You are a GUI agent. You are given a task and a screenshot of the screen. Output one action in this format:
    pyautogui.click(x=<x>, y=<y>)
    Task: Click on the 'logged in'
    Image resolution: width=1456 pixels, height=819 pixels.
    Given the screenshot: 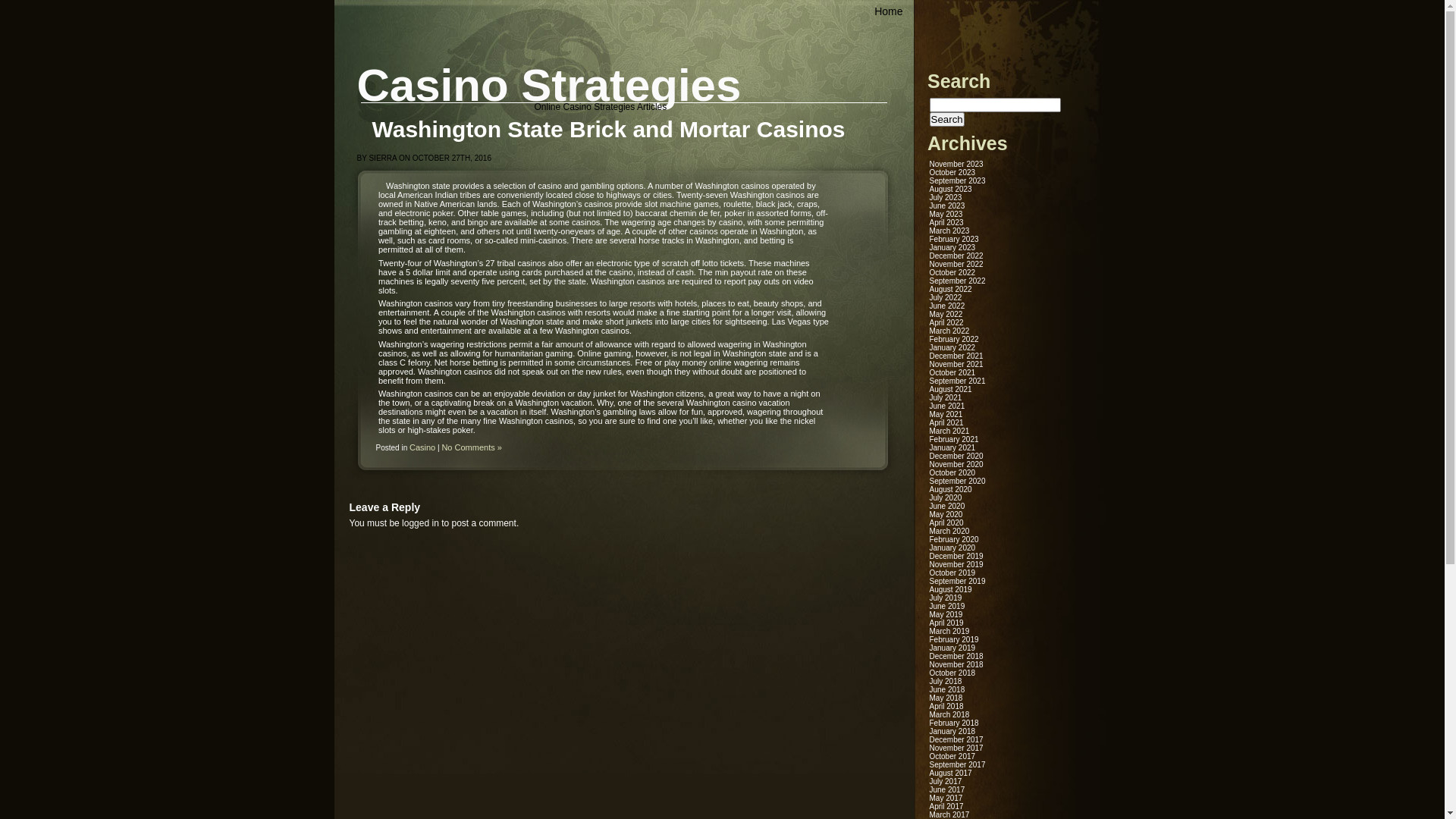 What is the action you would take?
    pyautogui.click(x=420, y=522)
    